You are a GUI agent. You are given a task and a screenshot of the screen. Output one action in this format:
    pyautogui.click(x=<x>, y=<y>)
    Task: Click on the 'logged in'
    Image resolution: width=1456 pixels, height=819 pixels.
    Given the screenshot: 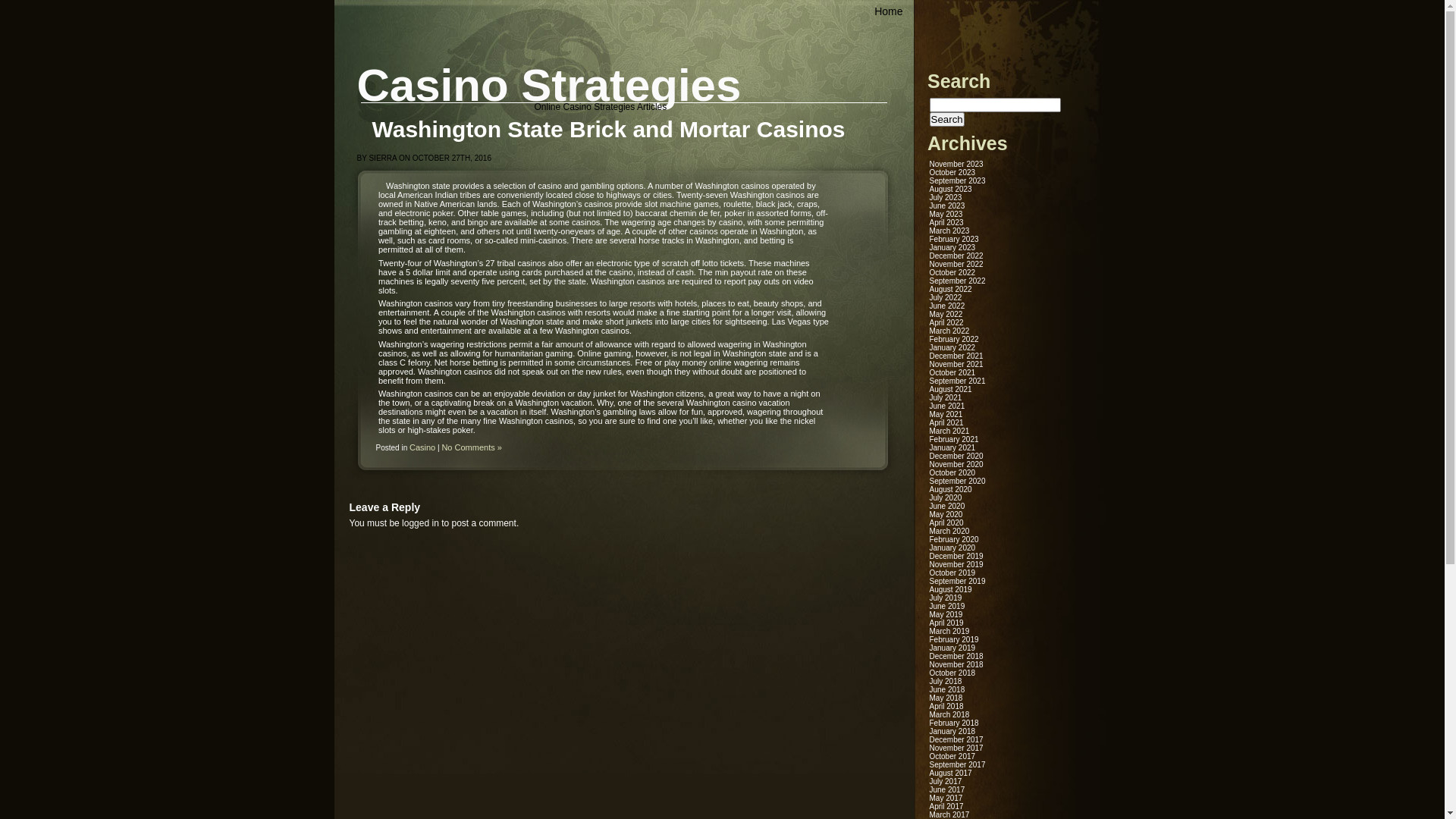 What is the action you would take?
    pyautogui.click(x=420, y=522)
    